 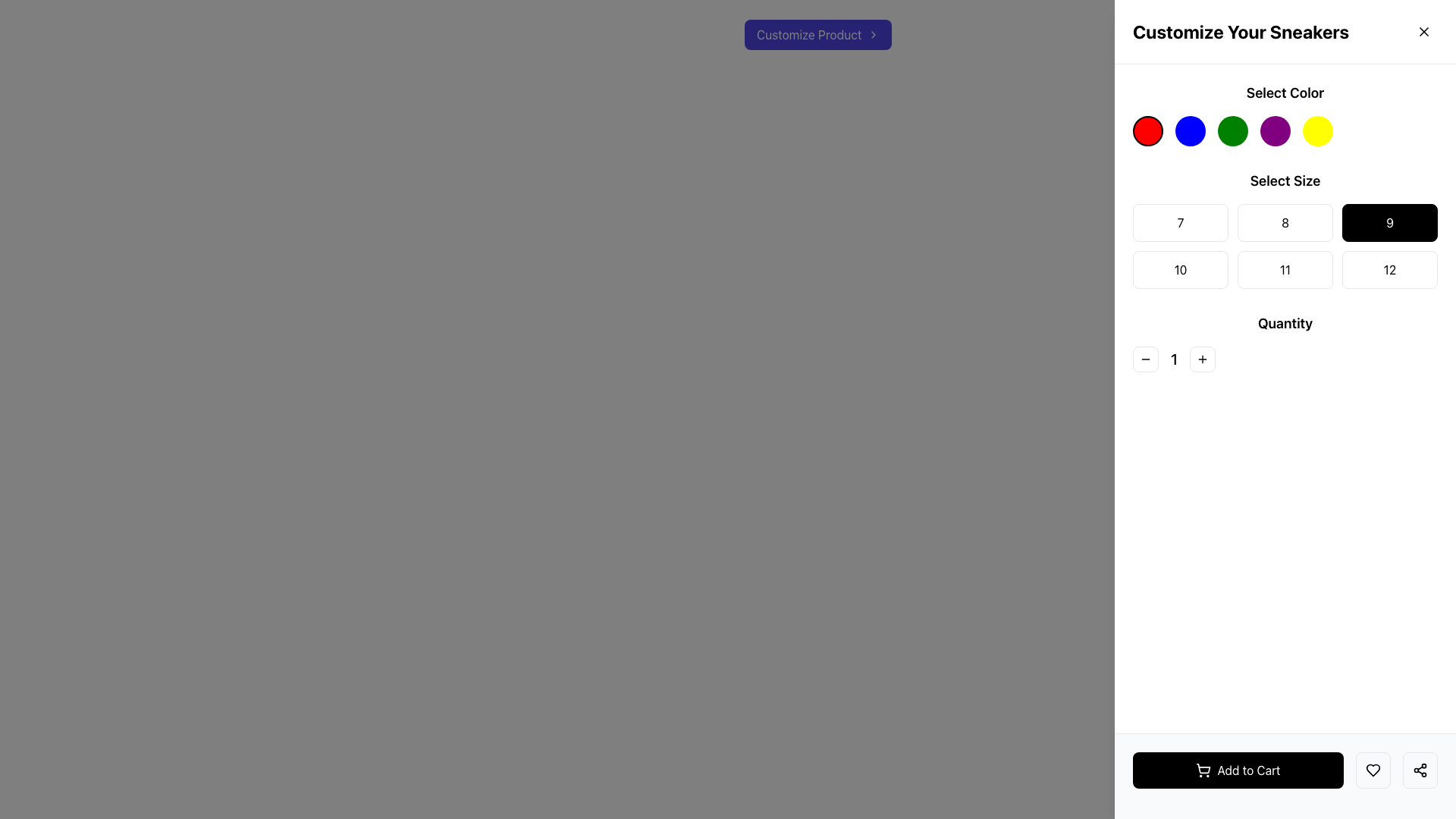 I want to click on the red circular button located in the top-right section of the customization panel to bring it to attention, so click(x=1147, y=130).